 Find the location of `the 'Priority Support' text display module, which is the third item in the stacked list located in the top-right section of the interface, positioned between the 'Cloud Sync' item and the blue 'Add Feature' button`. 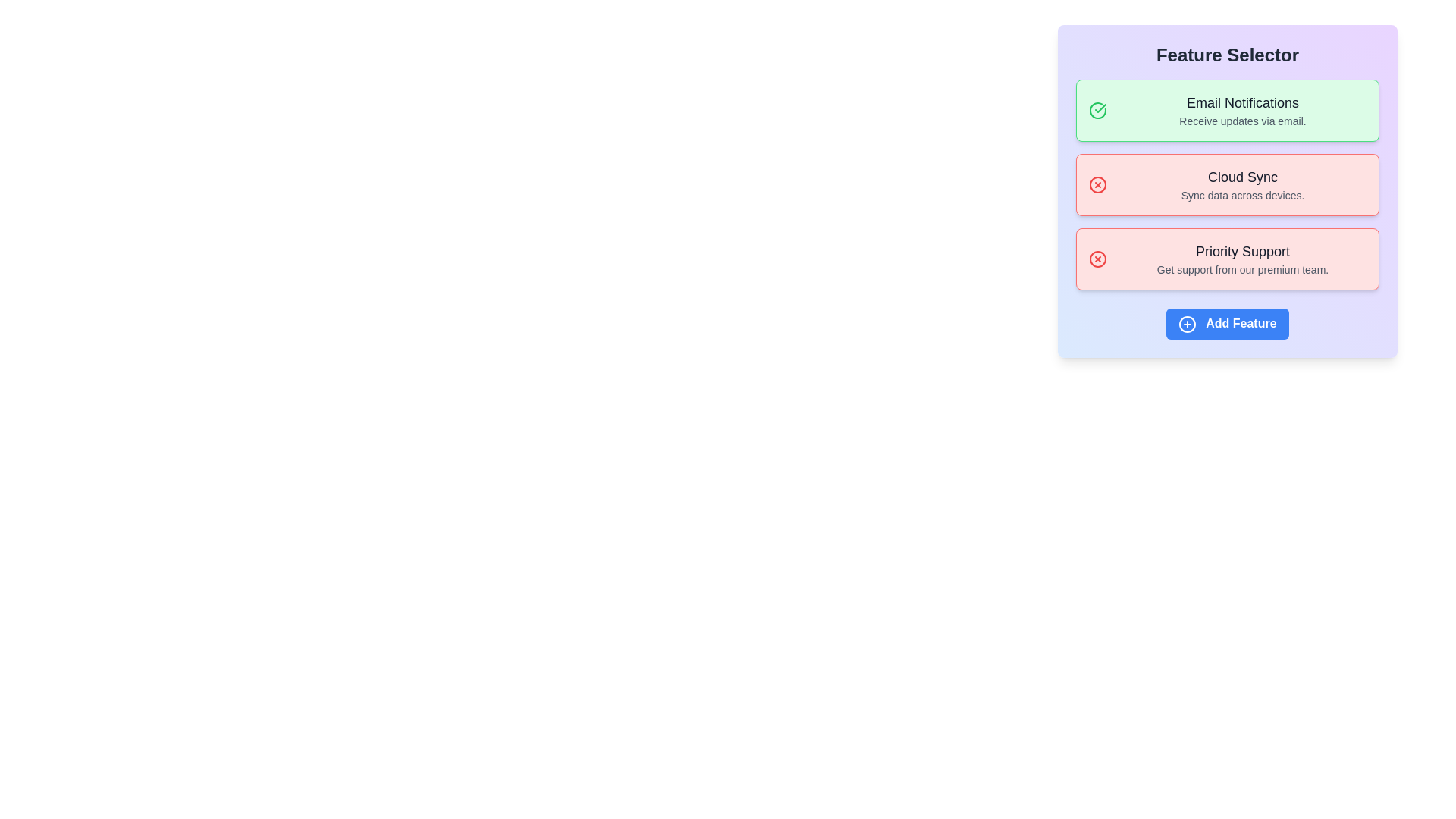

the 'Priority Support' text display module, which is the third item in the stacked list located in the top-right section of the interface, positioned between the 'Cloud Sync' item and the blue 'Add Feature' button is located at coordinates (1242, 259).